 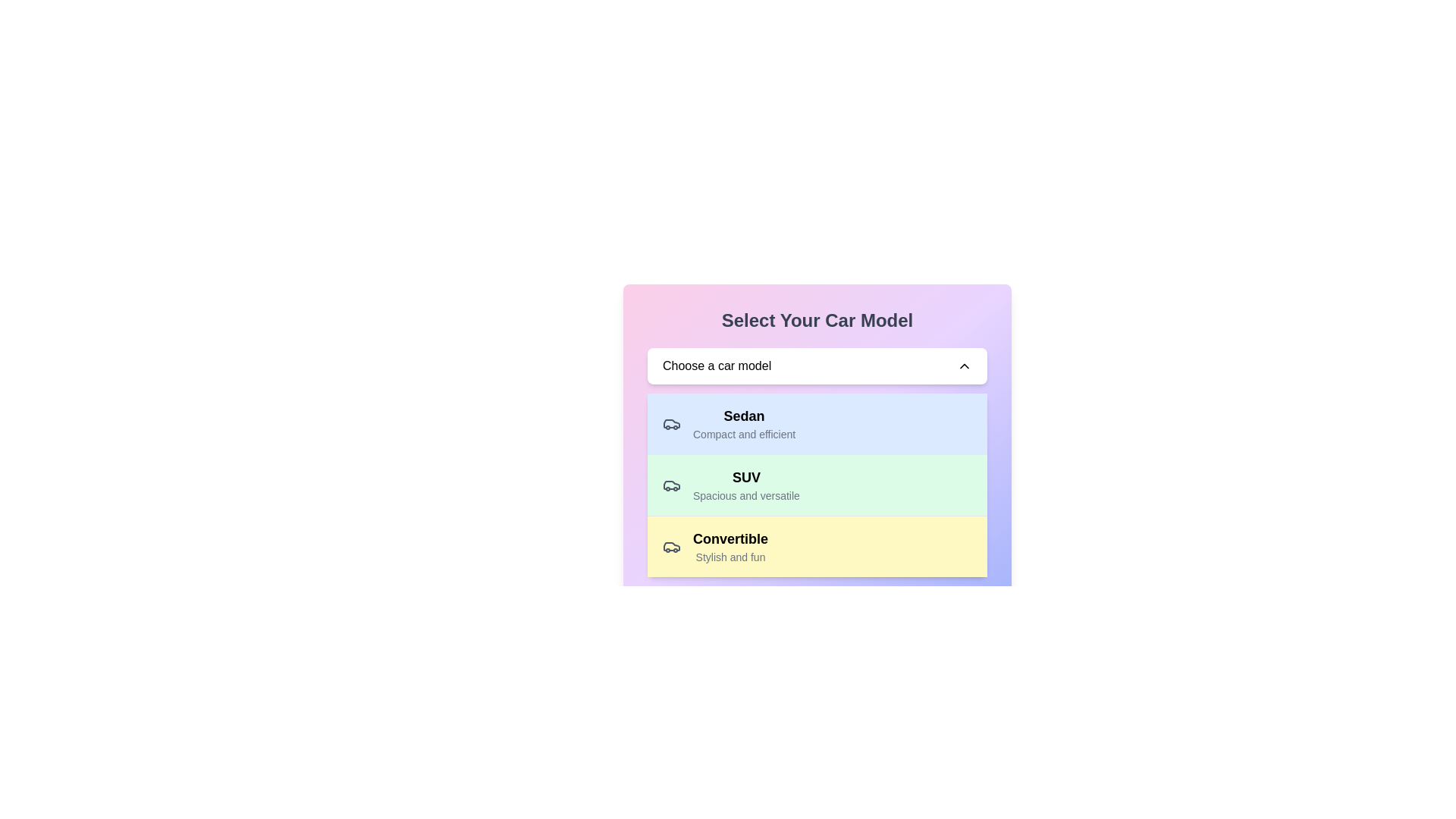 What do you see at coordinates (731, 485) in the screenshot?
I see `the informational label representing the SUV option in the car model selector, which is the second option under the 'Select Your Car Model' heading` at bounding box center [731, 485].